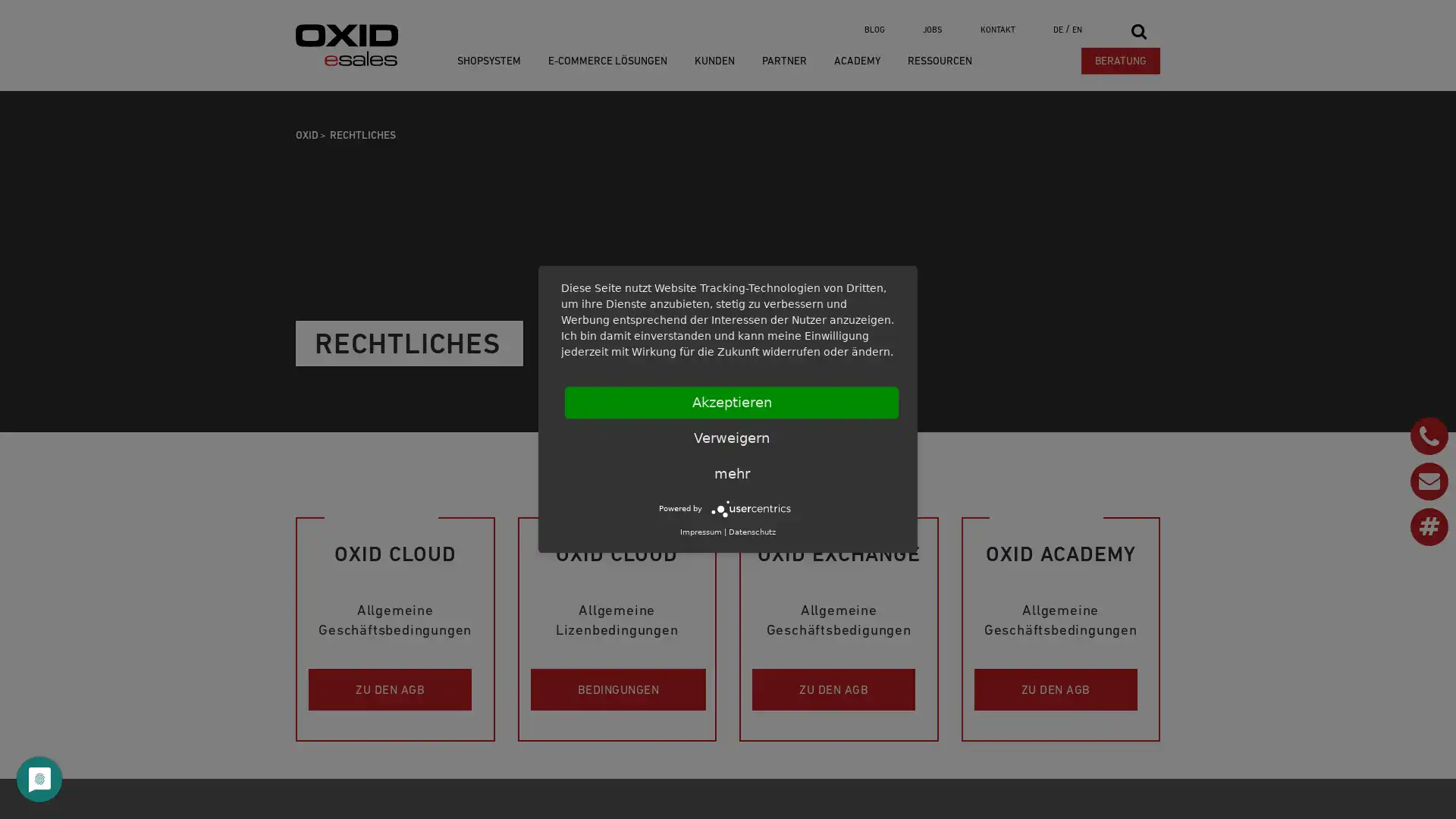 Image resolution: width=1456 pixels, height=819 pixels. What do you see at coordinates (731, 402) in the screenshot?
I see `Akzeptieren` at bounding box center [731, 402].